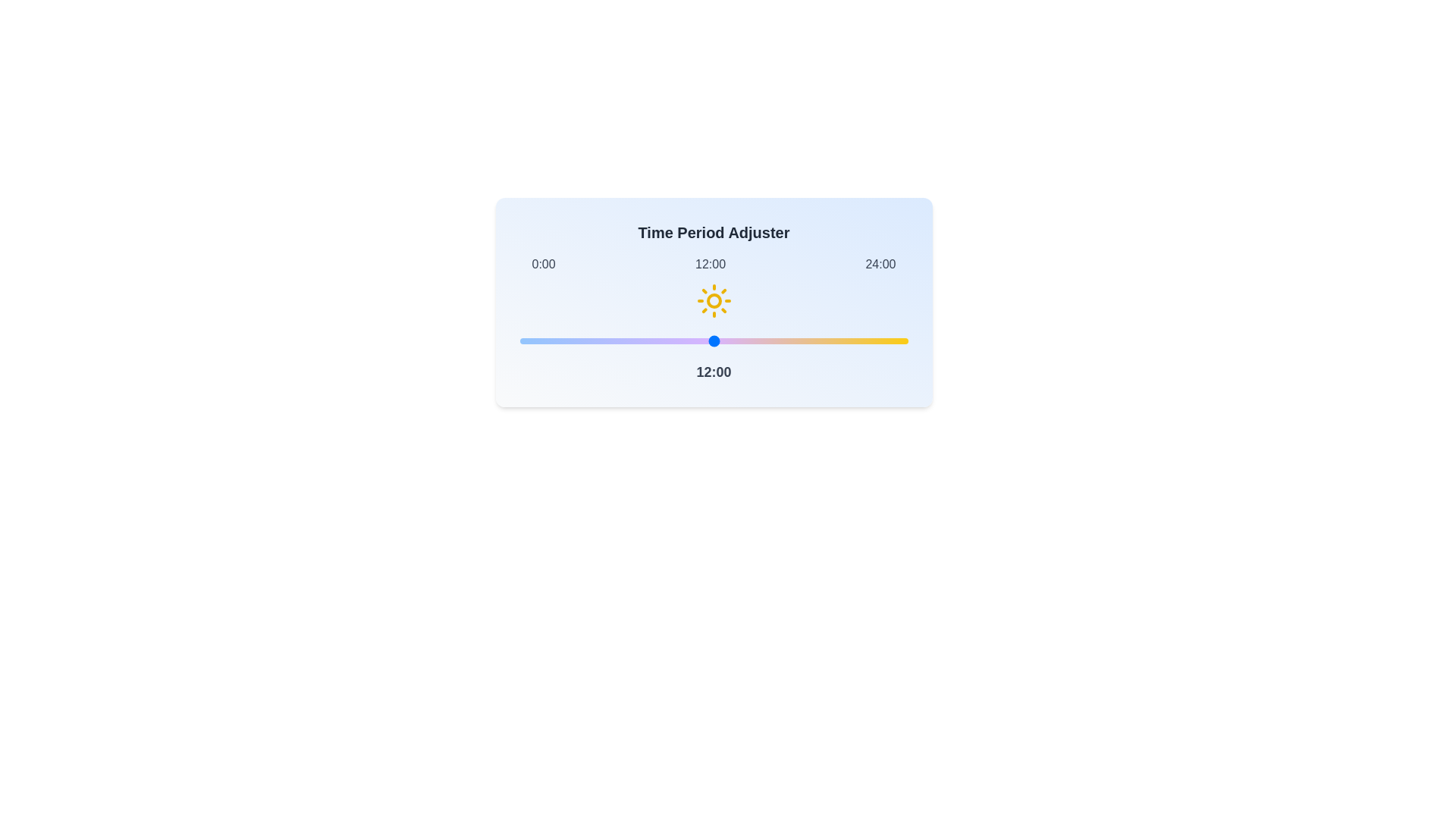 Image resolution: width=1456 pixels, height=819 pixels. What do you see at coordinates (649, 341) in the screenshot?
I see `the time slider to set the time to 8 hours` at bounding box center [649, 341].